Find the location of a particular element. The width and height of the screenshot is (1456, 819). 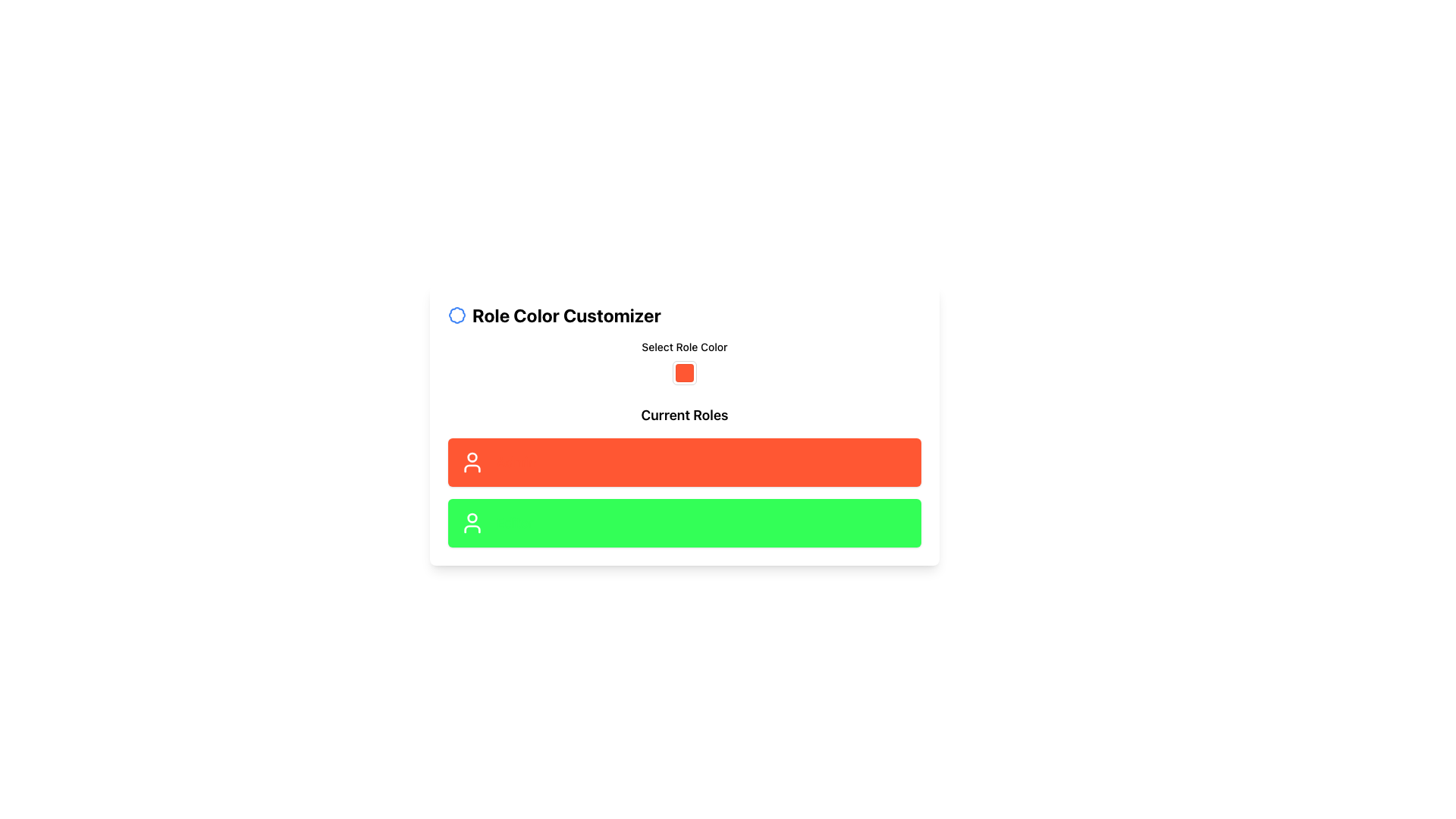

the color display element located under the 'Select Role Color' label and above the 'Current Roles' heading, which visually indicates the chosen color is located at coordinates (683, 373).